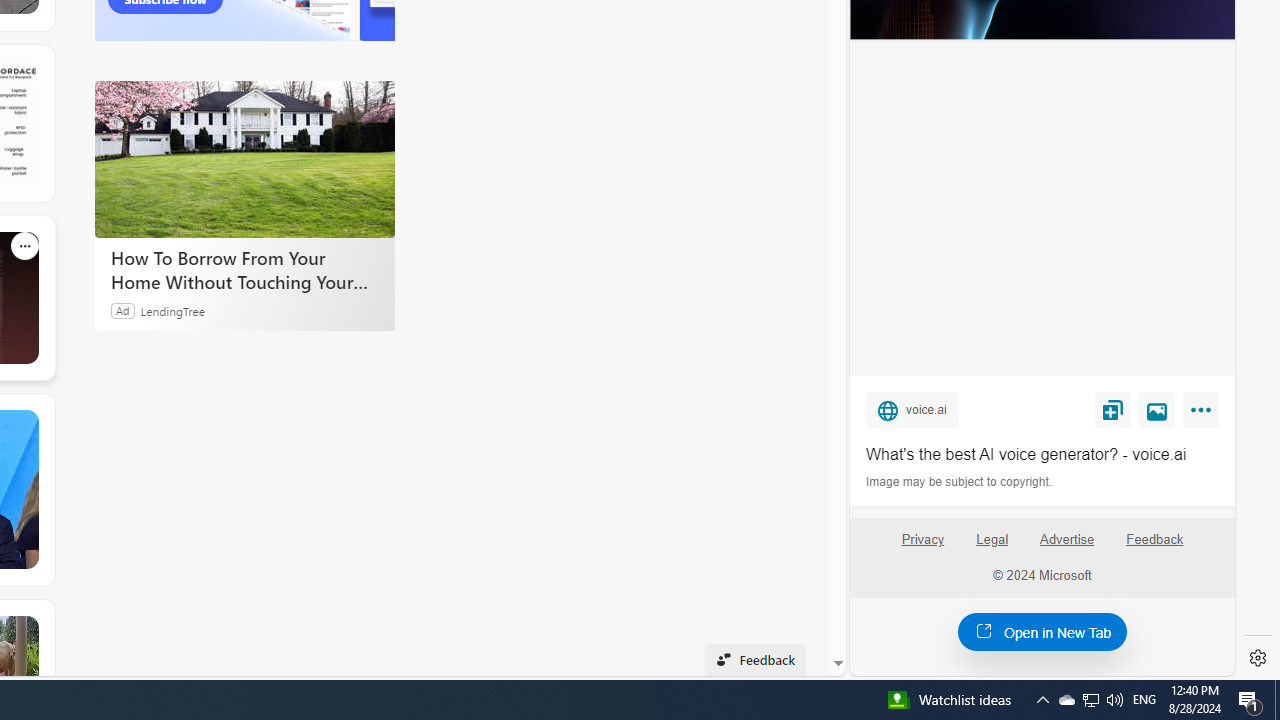 This screenshot has height=720, width=1280. What do you see at coordinates (1157, 408) in the screenshot?
I see `'View image'` at bounding box center [1157, 408].